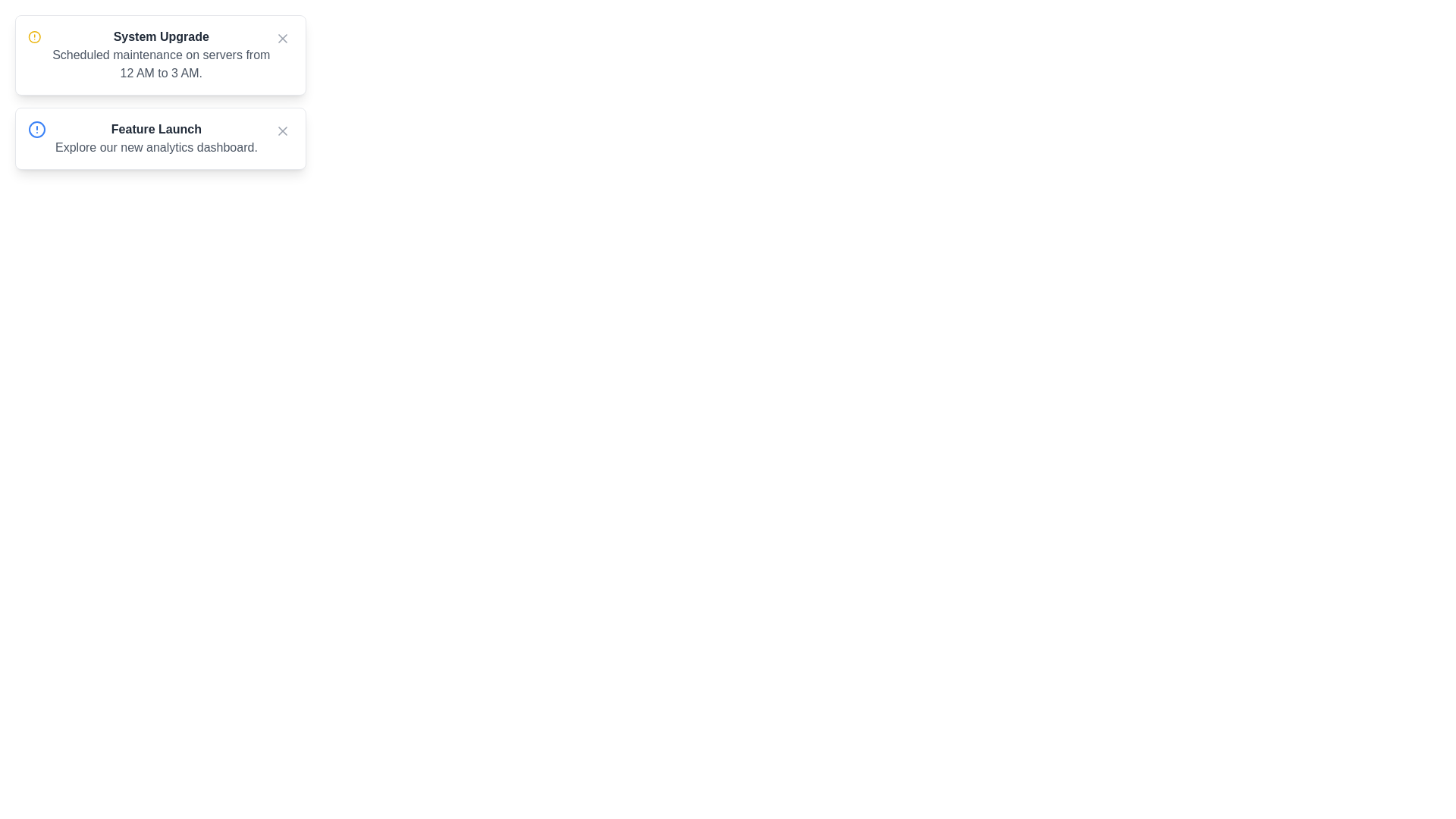 Image resolution: width=1456 pixels, height=819 pixels. What do you see at coordinates (283, 37) in the screenshot?
I see `the close button of the notification with title System Upgrade` at bounding box center [283, 37].